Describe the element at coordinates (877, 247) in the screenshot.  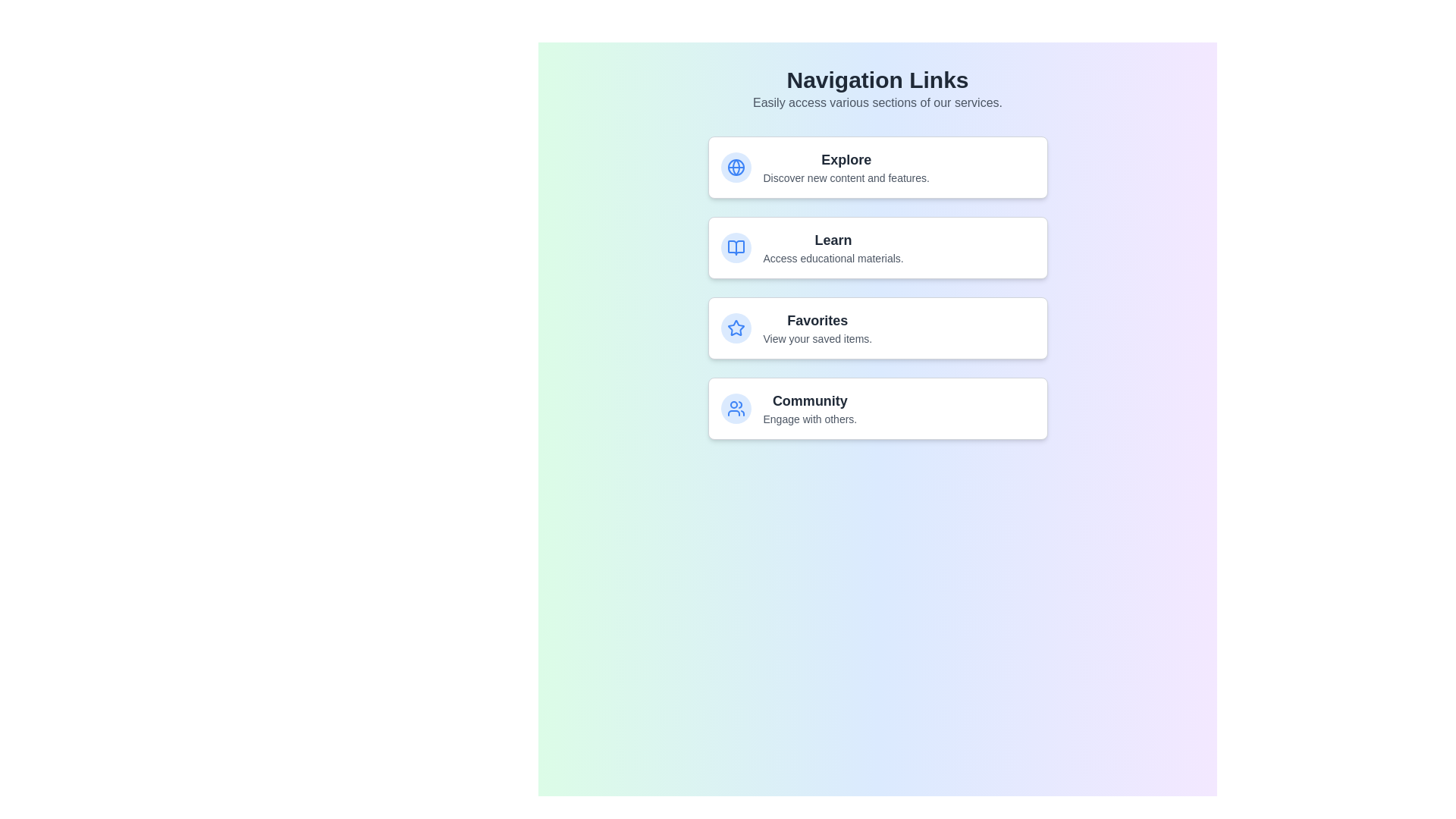
I see `the second card in the navigation options labeled 'Learn'` at that location.